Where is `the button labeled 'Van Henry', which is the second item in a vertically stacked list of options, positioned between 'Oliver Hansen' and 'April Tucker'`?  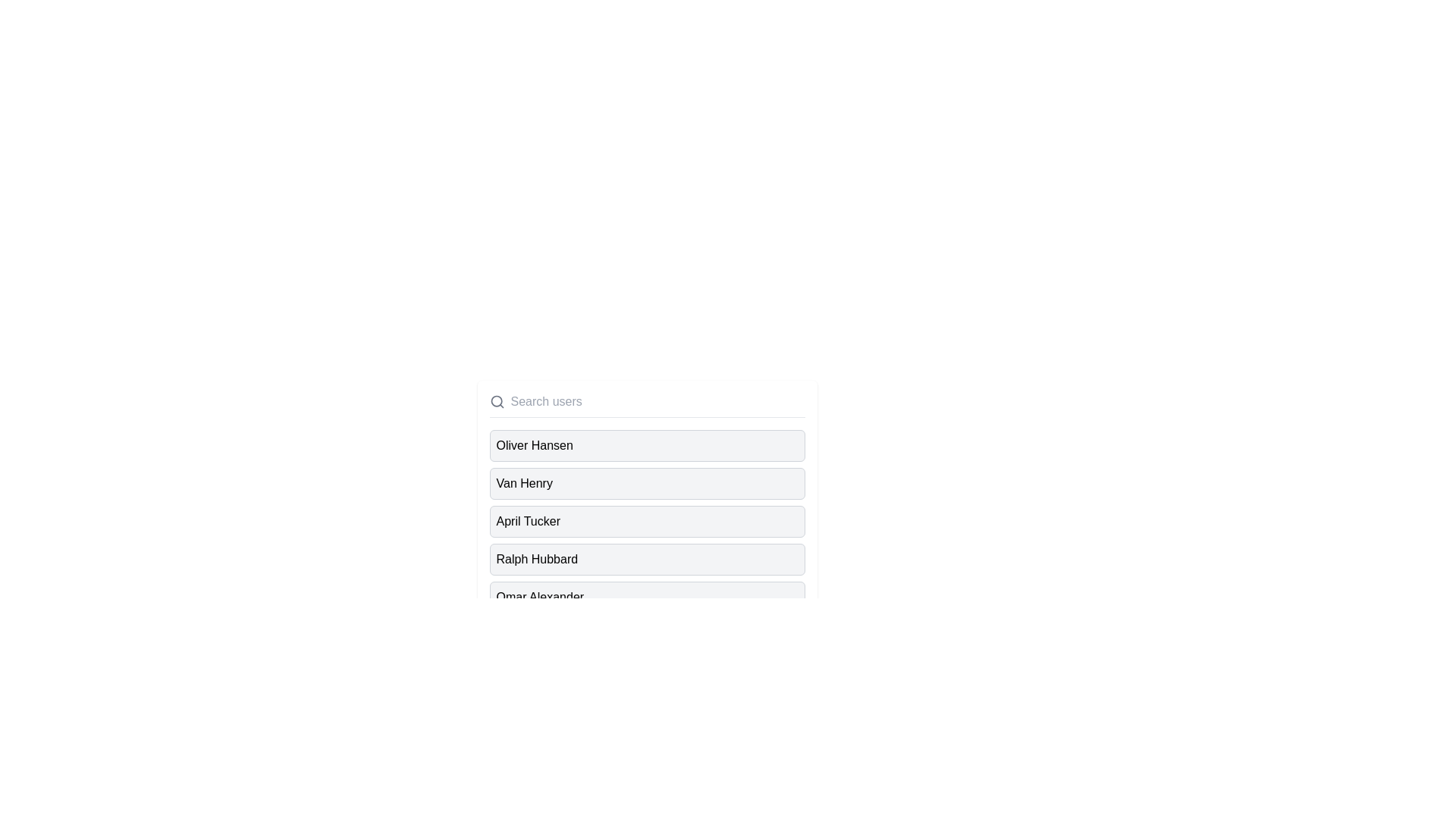 the button labeled 'Van Henry', which is the second item in a vertically stacked list of options, positioned between 'Oliver Hansen' and 'April Tucker' is located at coordinates (647, 483).